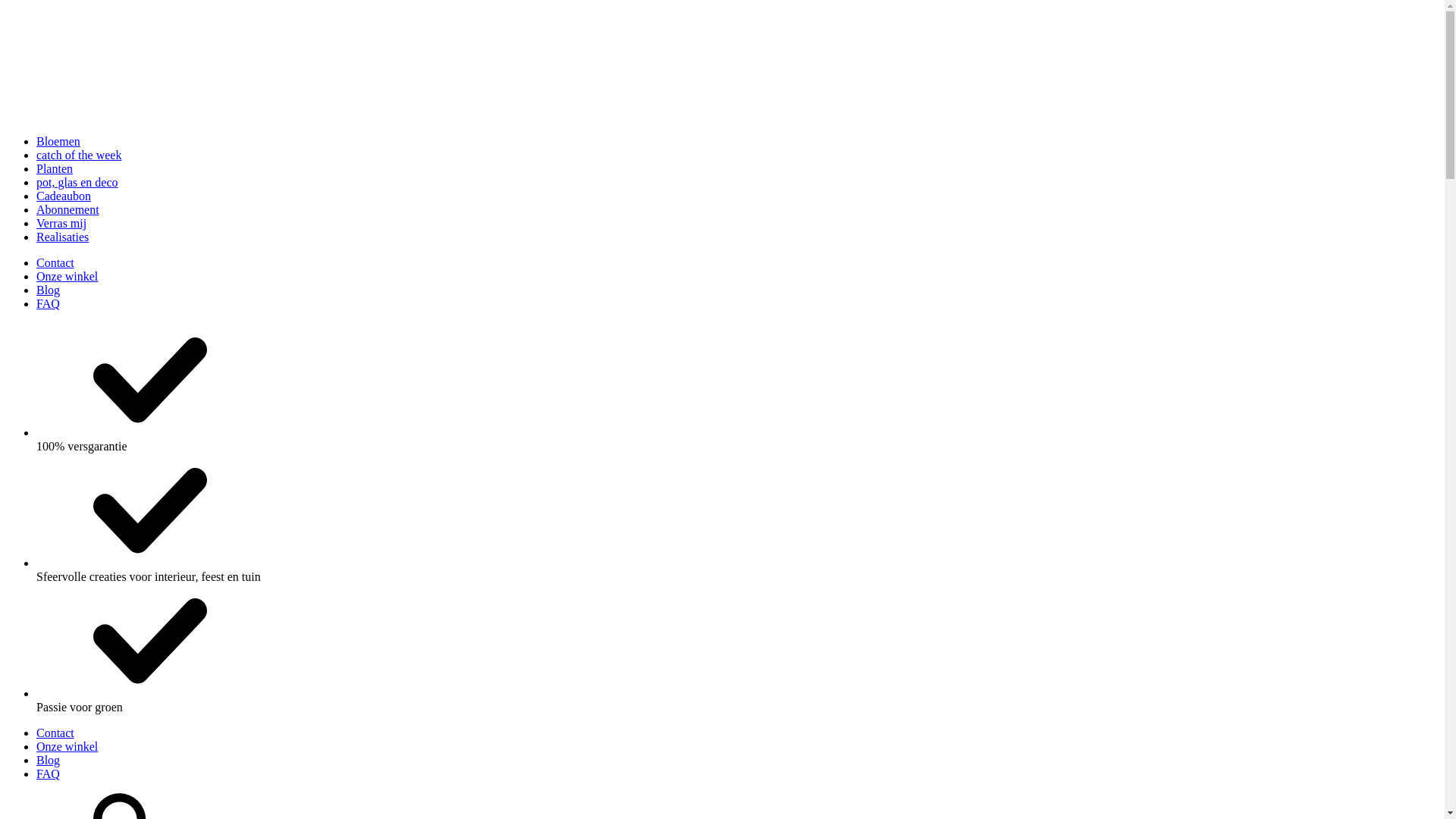 Image resolution: width=1456 pixels, height=819 pixels. What do you see at coordinates (62, 195) in the screenshot?
I see `'Cadeaubon'` at bounding box center [62, 195].